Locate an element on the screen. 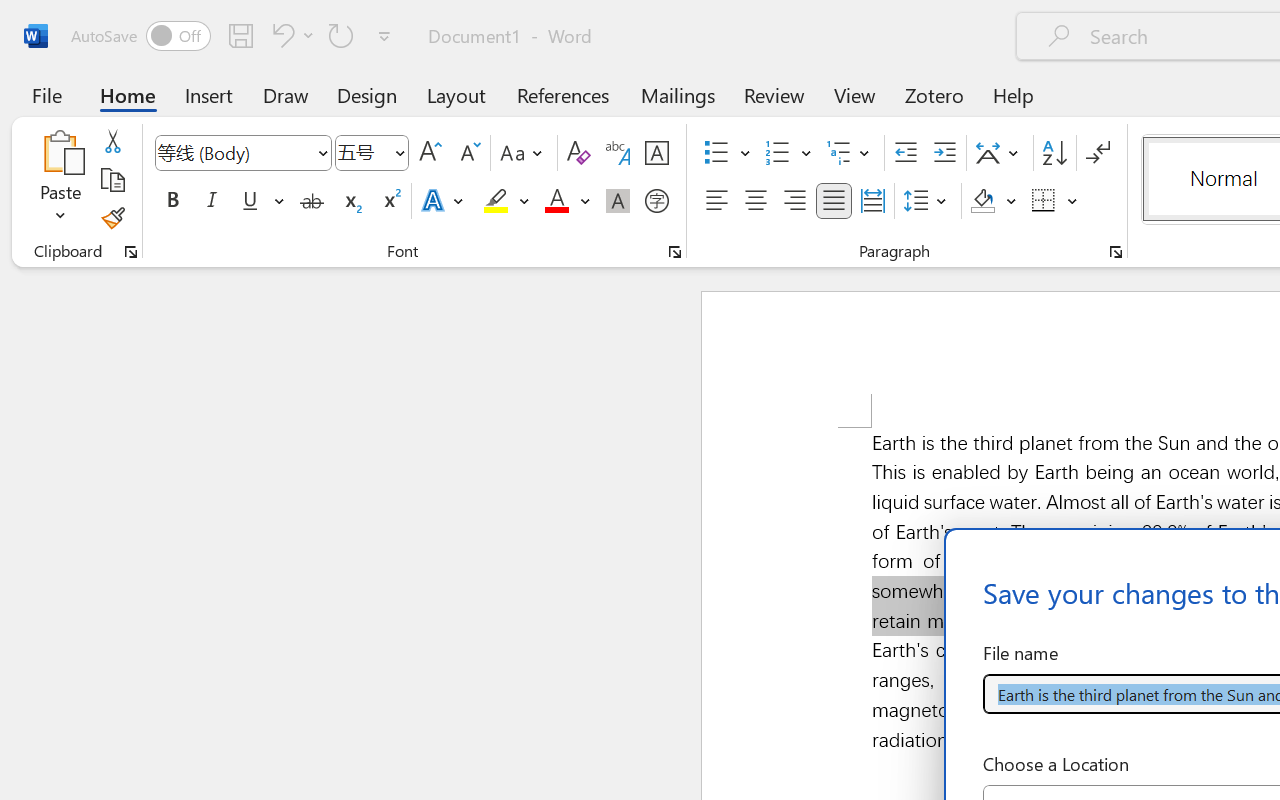  'Change Case' is located at coordinates (524, 153).